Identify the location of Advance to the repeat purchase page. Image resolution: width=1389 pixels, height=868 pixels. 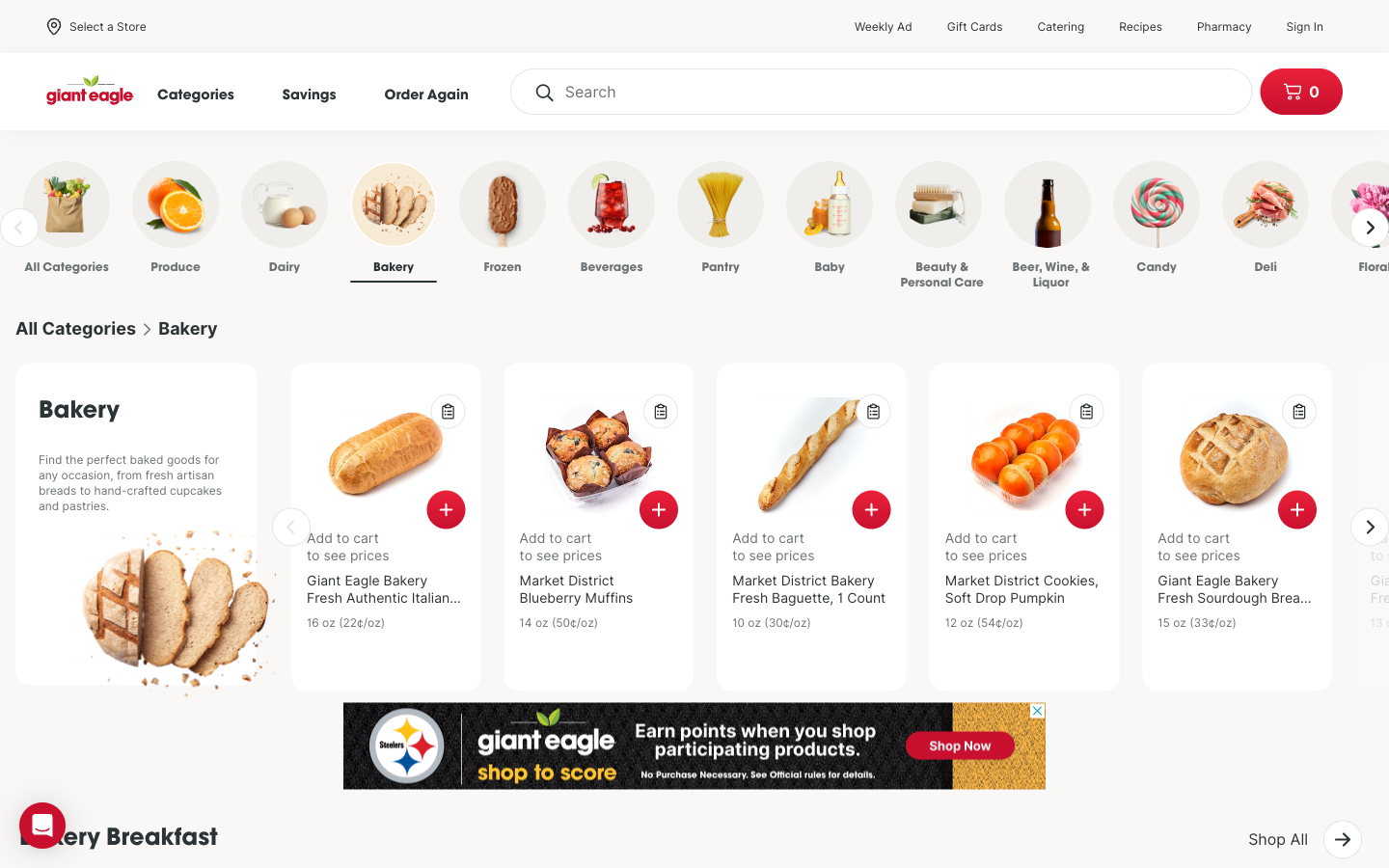
(436, 93).